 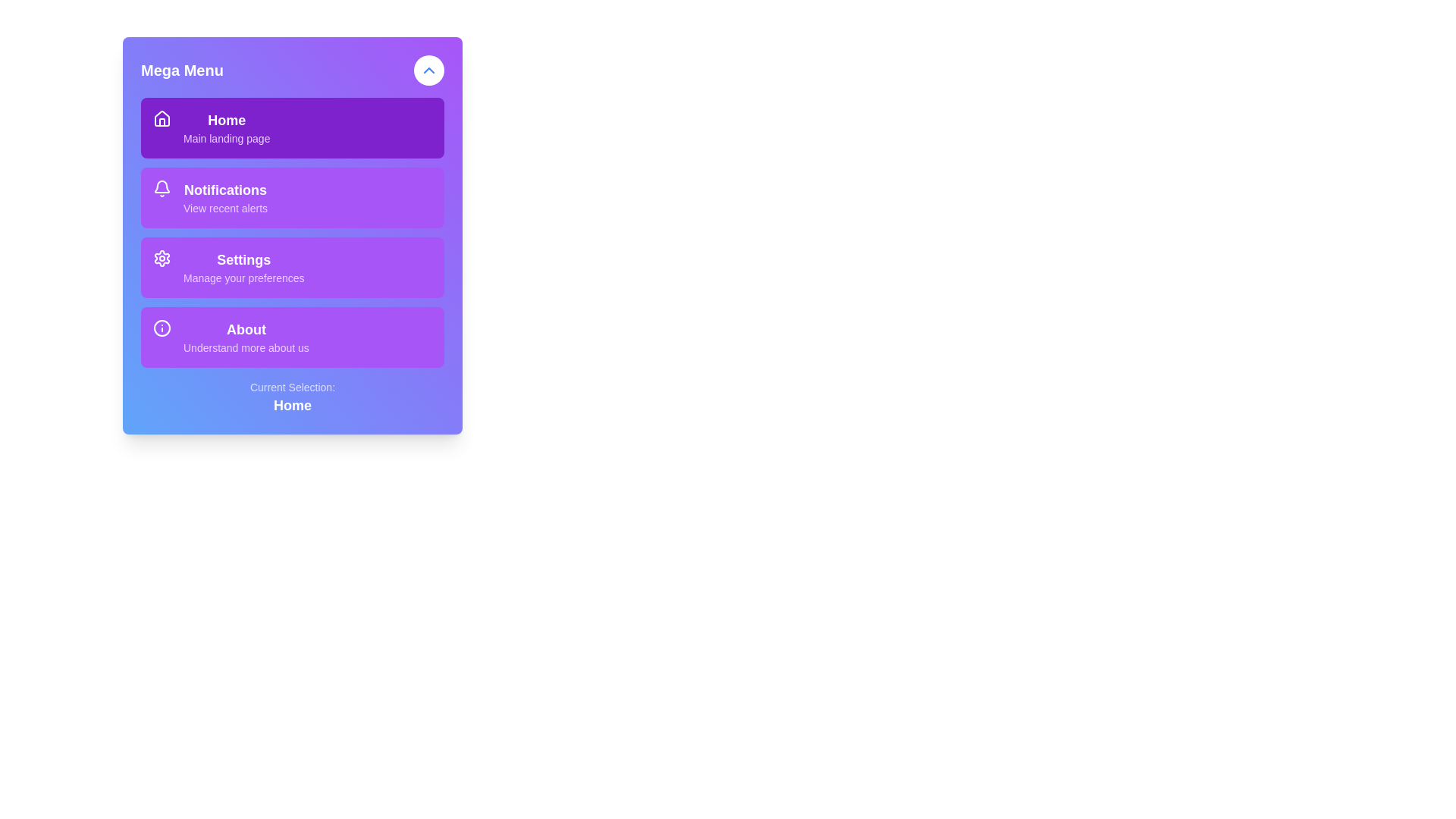 What do you see at coordinates (226, 127) in the screenshot?
I see `the 'Home' text link with the subtitle 'Main landing page' in the navigation menu` at bounding box center [226, 127].